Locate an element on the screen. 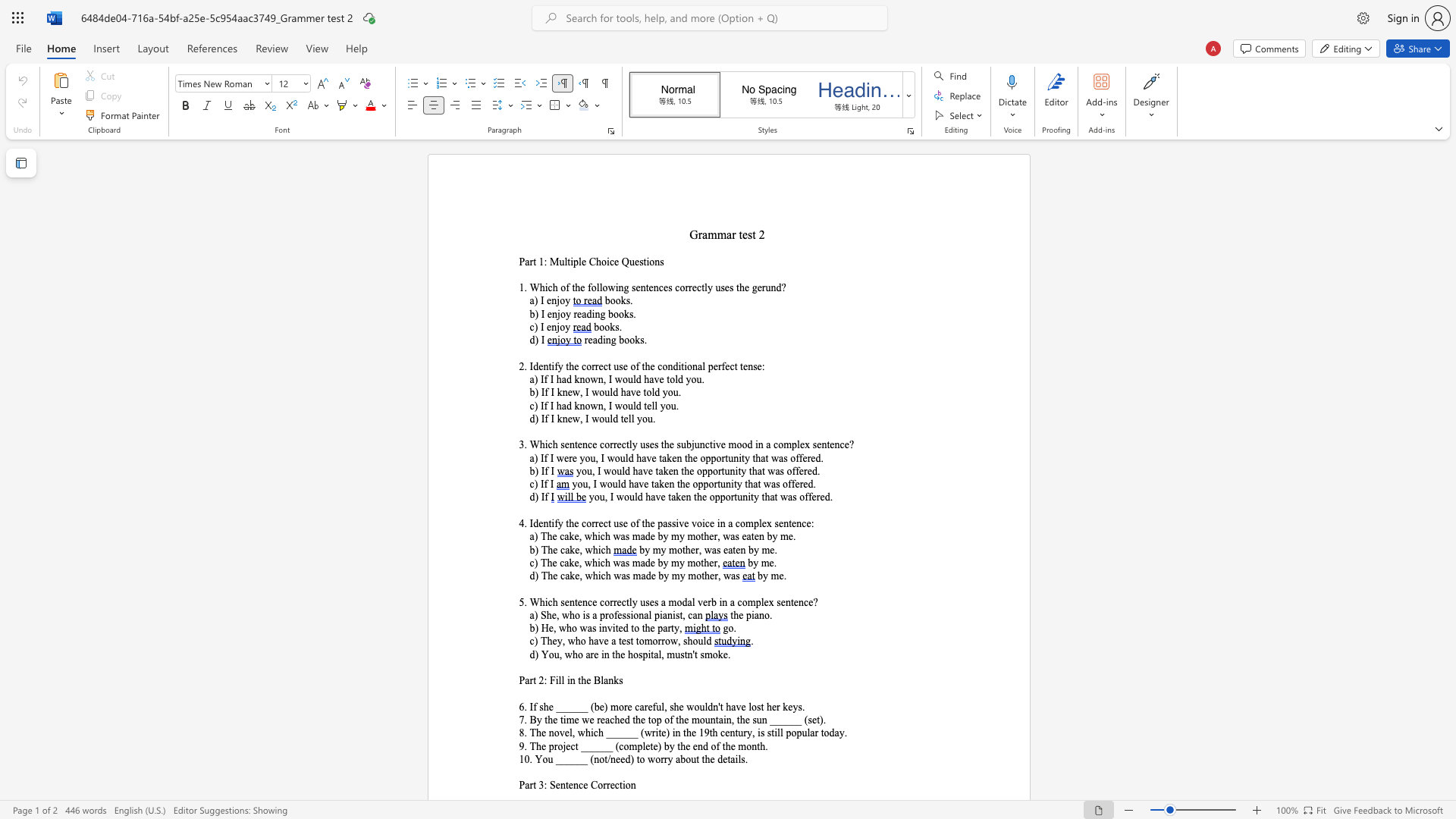 This screenshot has width=1456, height=819. the subset text "g books." within the text "b) I enjoy reading books." is located at coordinates (599, 313).